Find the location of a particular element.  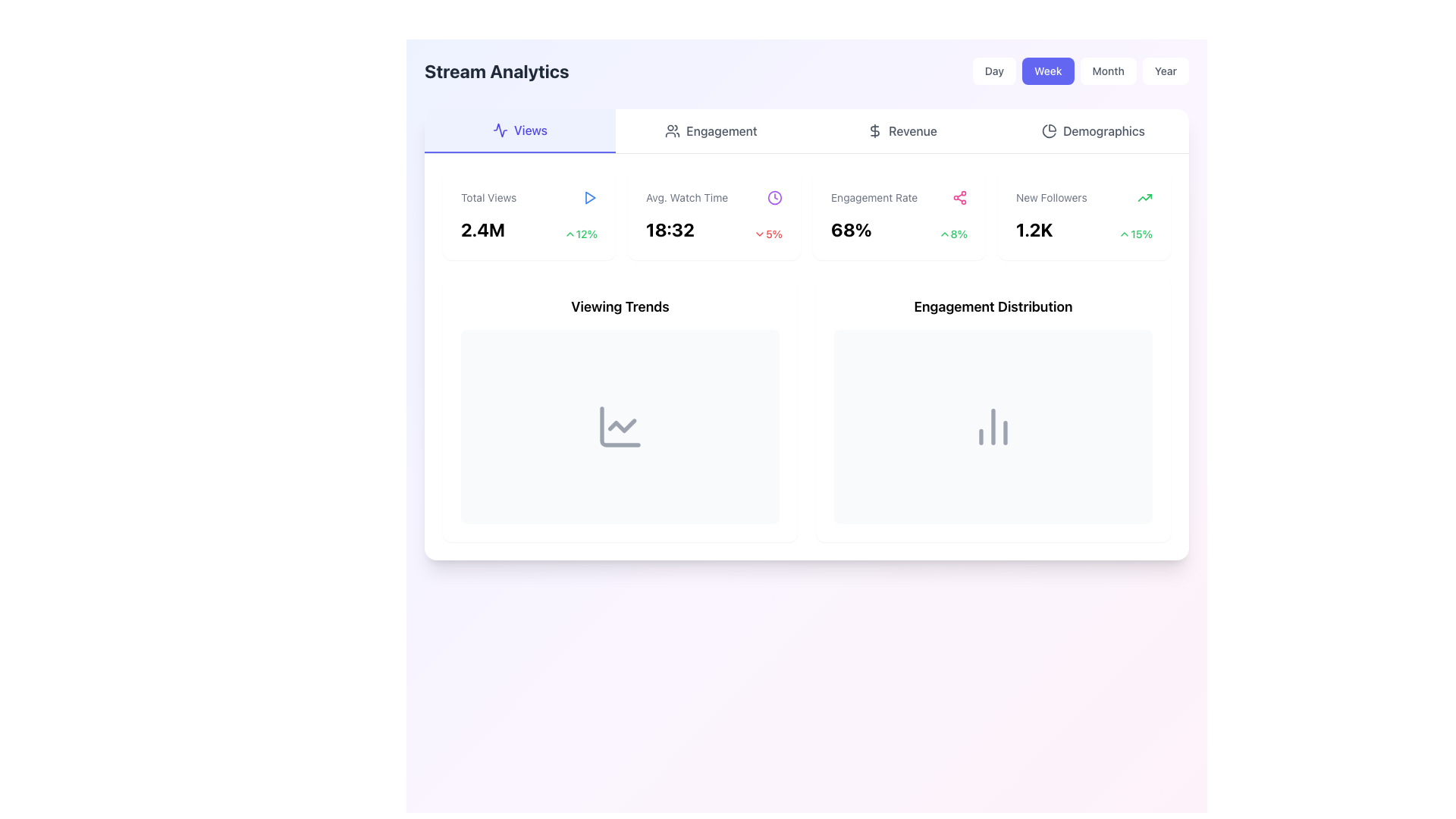

the static text label 'Stream Analytics', which is a large bold heading located in the top-left corner of the page is located at coordinates (497, 71).